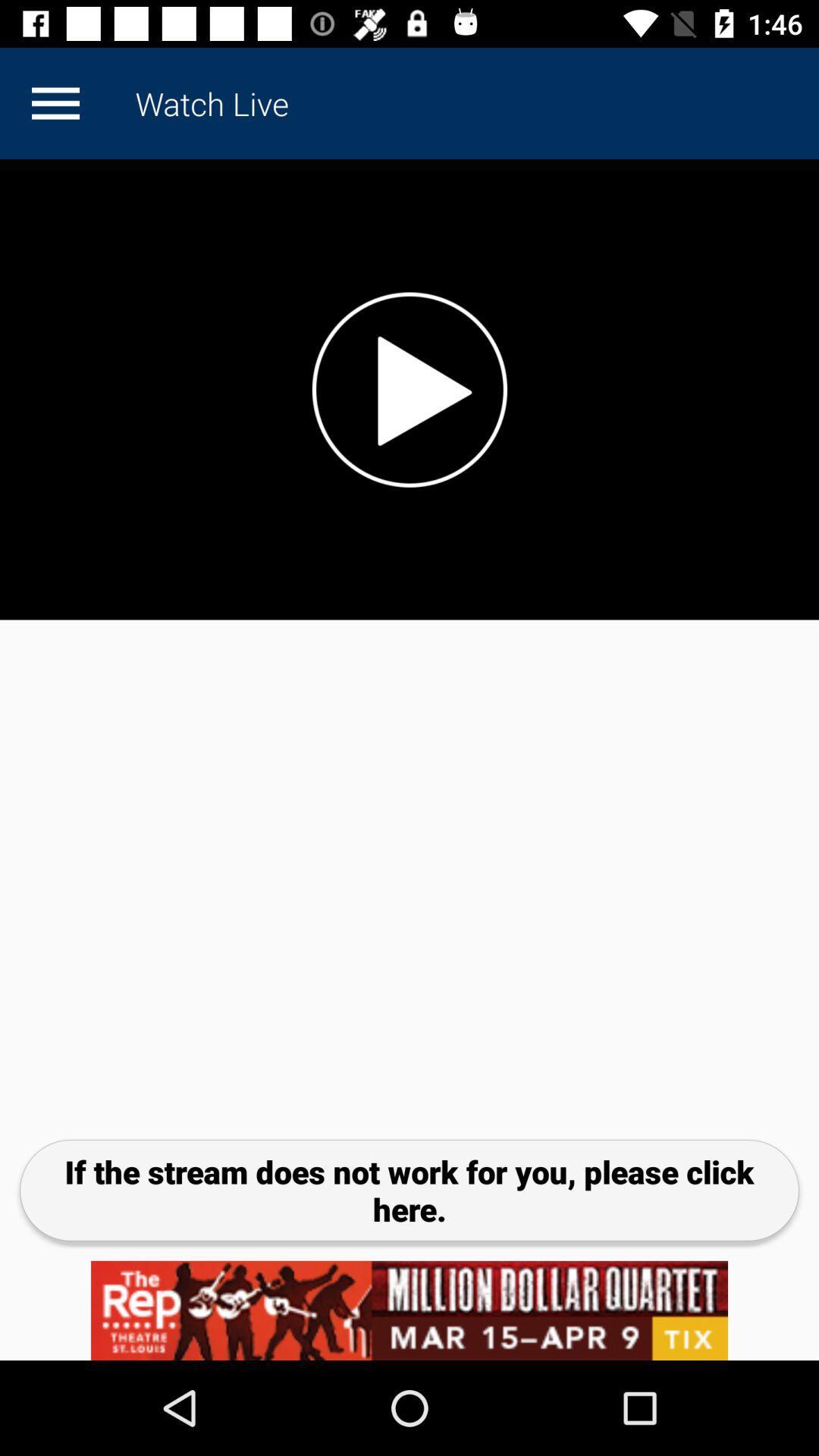  What do you see at coordinates (409, 1310) in the screenshot?
I see `click on advertisement` at bounding box center [409, 1310].